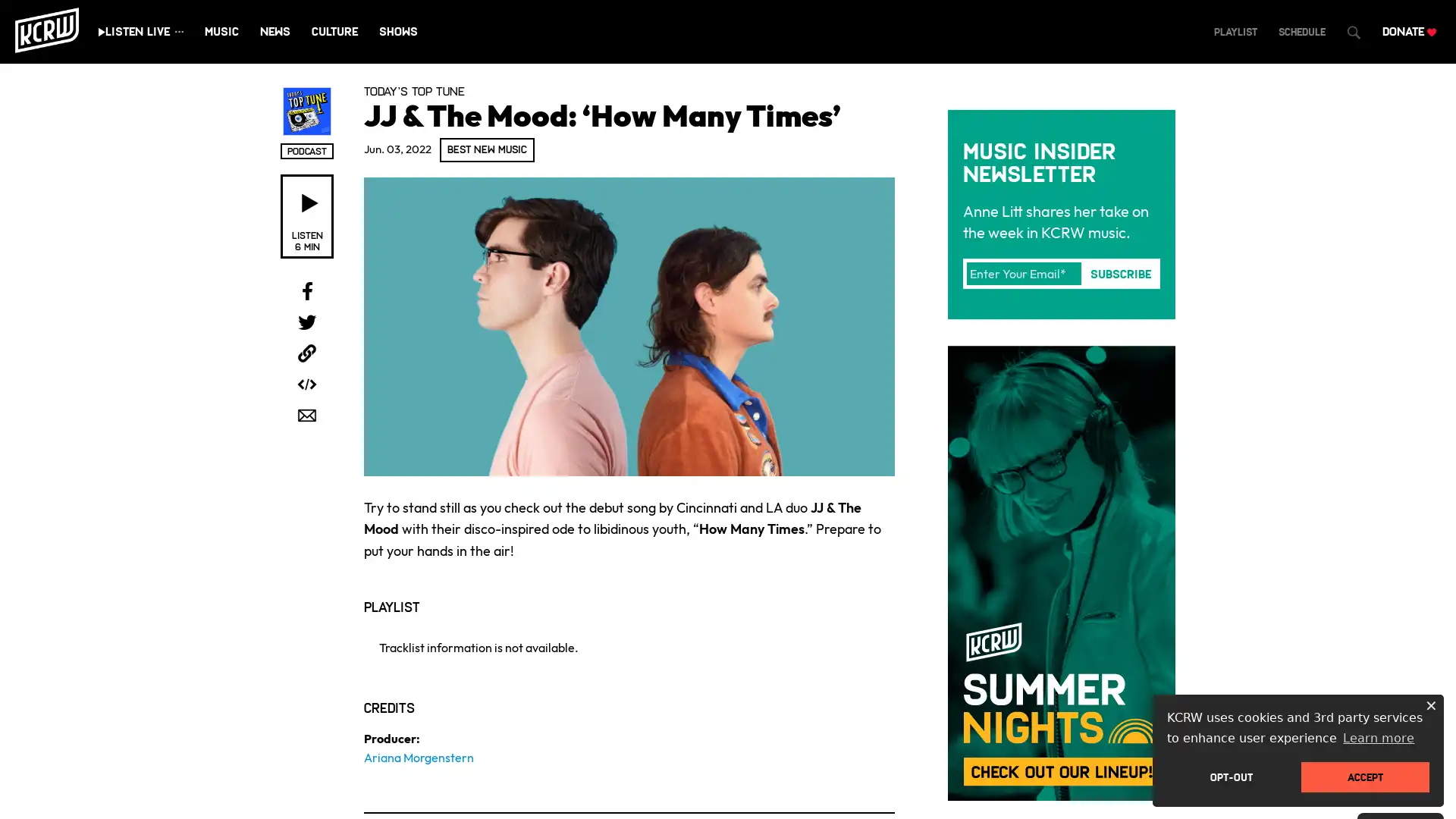 The height and width of the screenshot is (819, 1456). I want to click on Copy link, so click(306, 353).